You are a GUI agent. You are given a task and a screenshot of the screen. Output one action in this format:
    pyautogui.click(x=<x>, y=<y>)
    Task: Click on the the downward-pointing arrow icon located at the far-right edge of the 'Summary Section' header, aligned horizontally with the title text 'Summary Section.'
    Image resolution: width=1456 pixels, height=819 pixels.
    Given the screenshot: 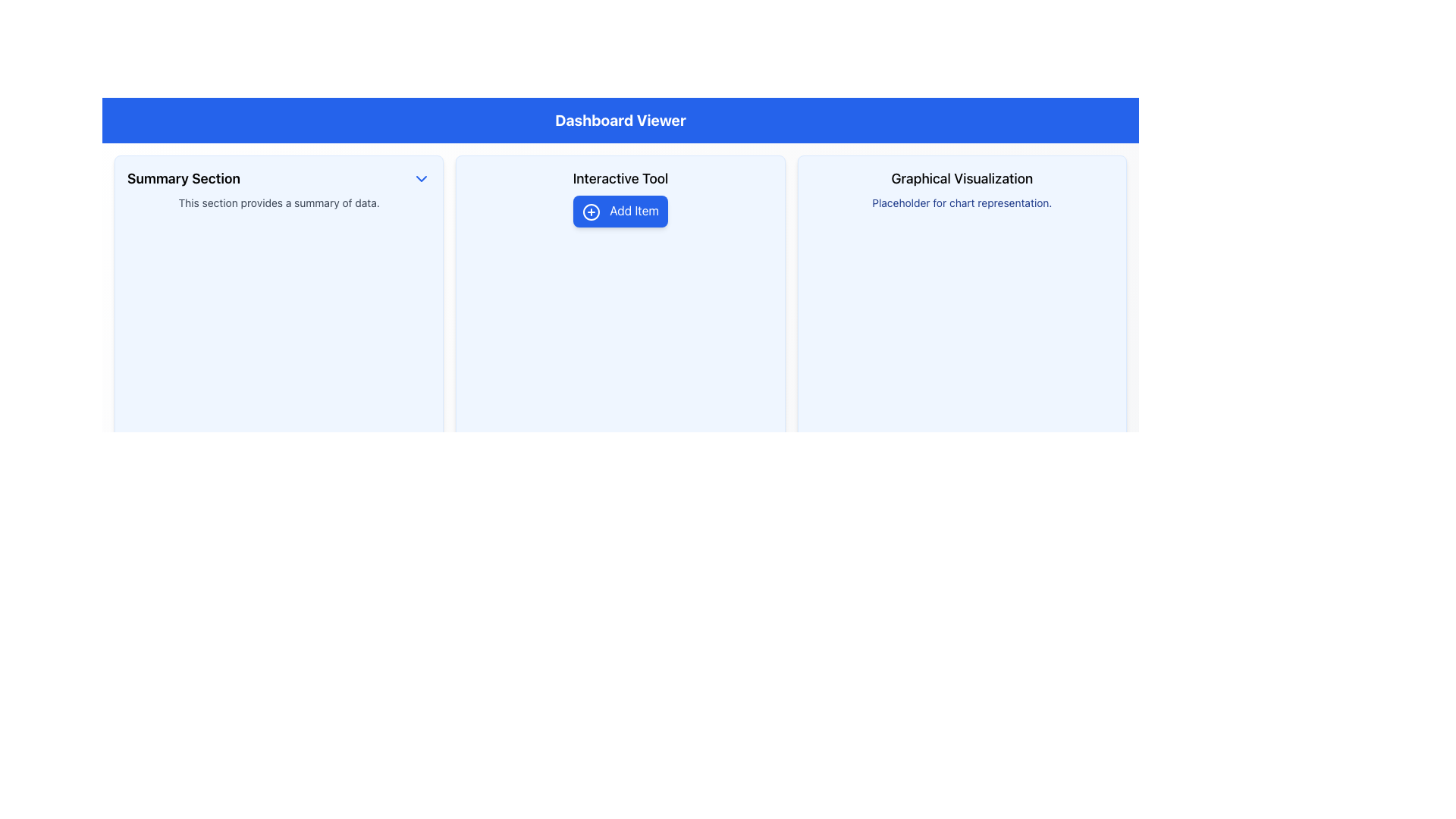 What is the action you would take?
    pyautogui.click(x=422, y=177)
    